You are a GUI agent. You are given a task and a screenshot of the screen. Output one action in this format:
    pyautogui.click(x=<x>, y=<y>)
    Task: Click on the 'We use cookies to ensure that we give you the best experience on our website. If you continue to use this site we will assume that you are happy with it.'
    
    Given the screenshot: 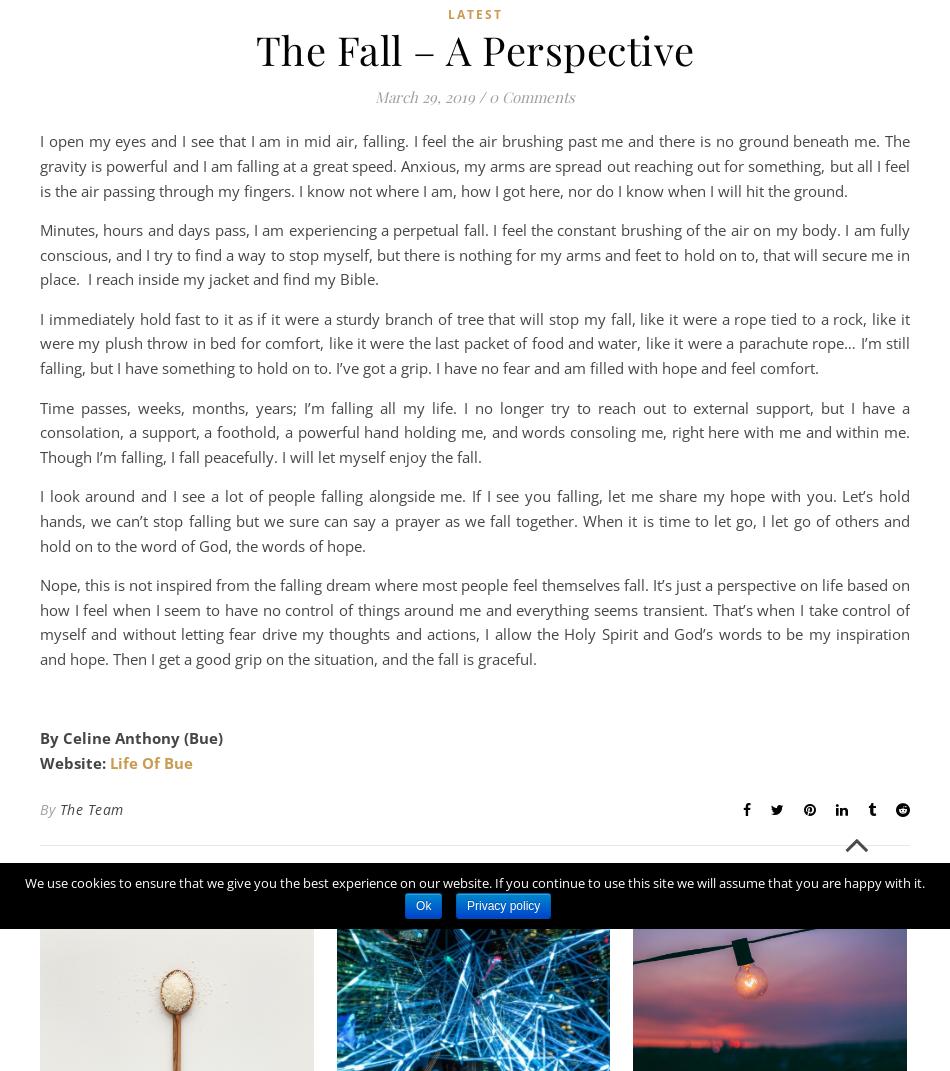 What is the action you would take?
    pyautogui.click(x=475, y=883)
    